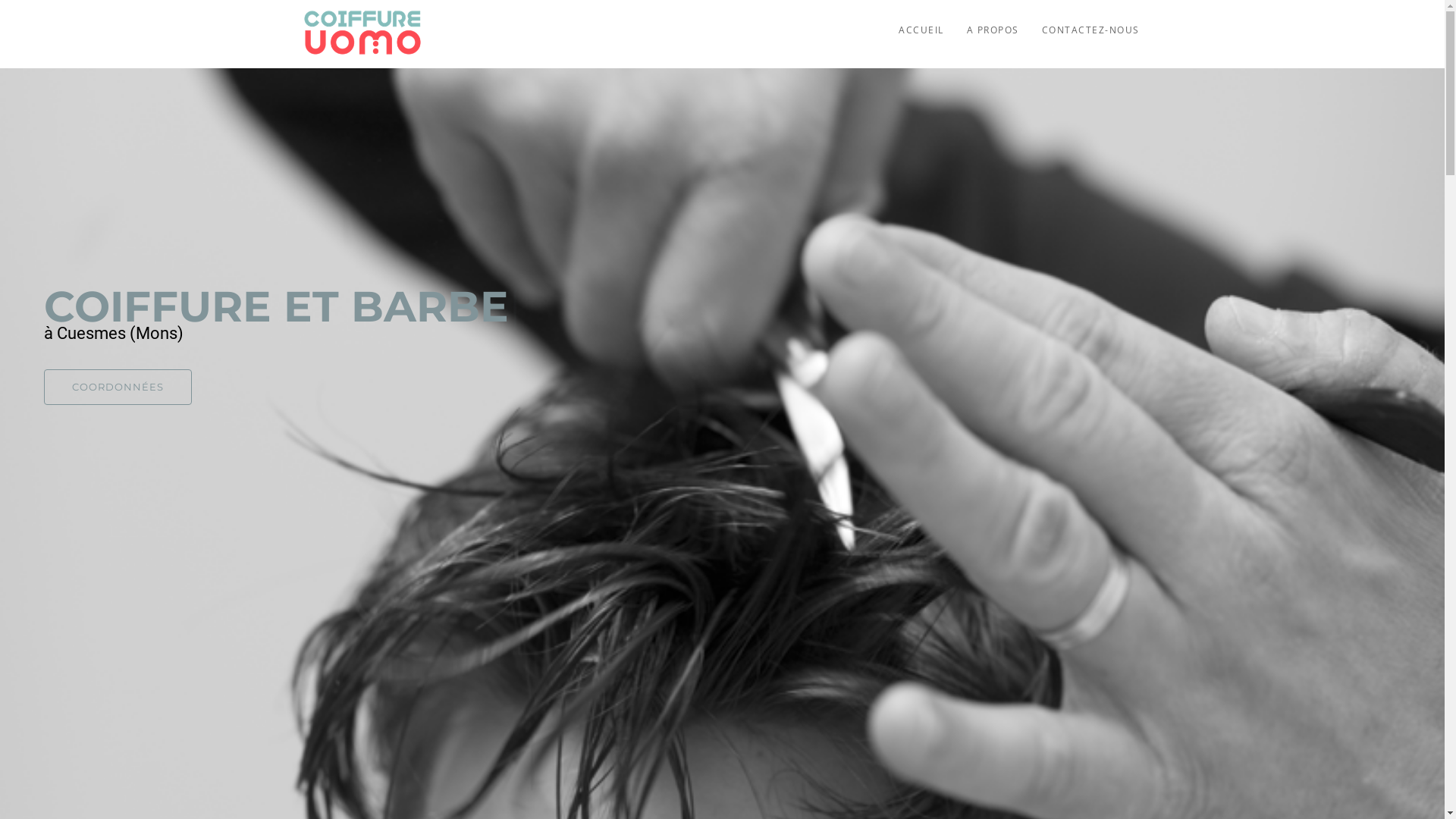  Describe the element at coordinates (1089, 30) in the screenshot. I see `'CONTACTEZ-NOUS'` at that location.